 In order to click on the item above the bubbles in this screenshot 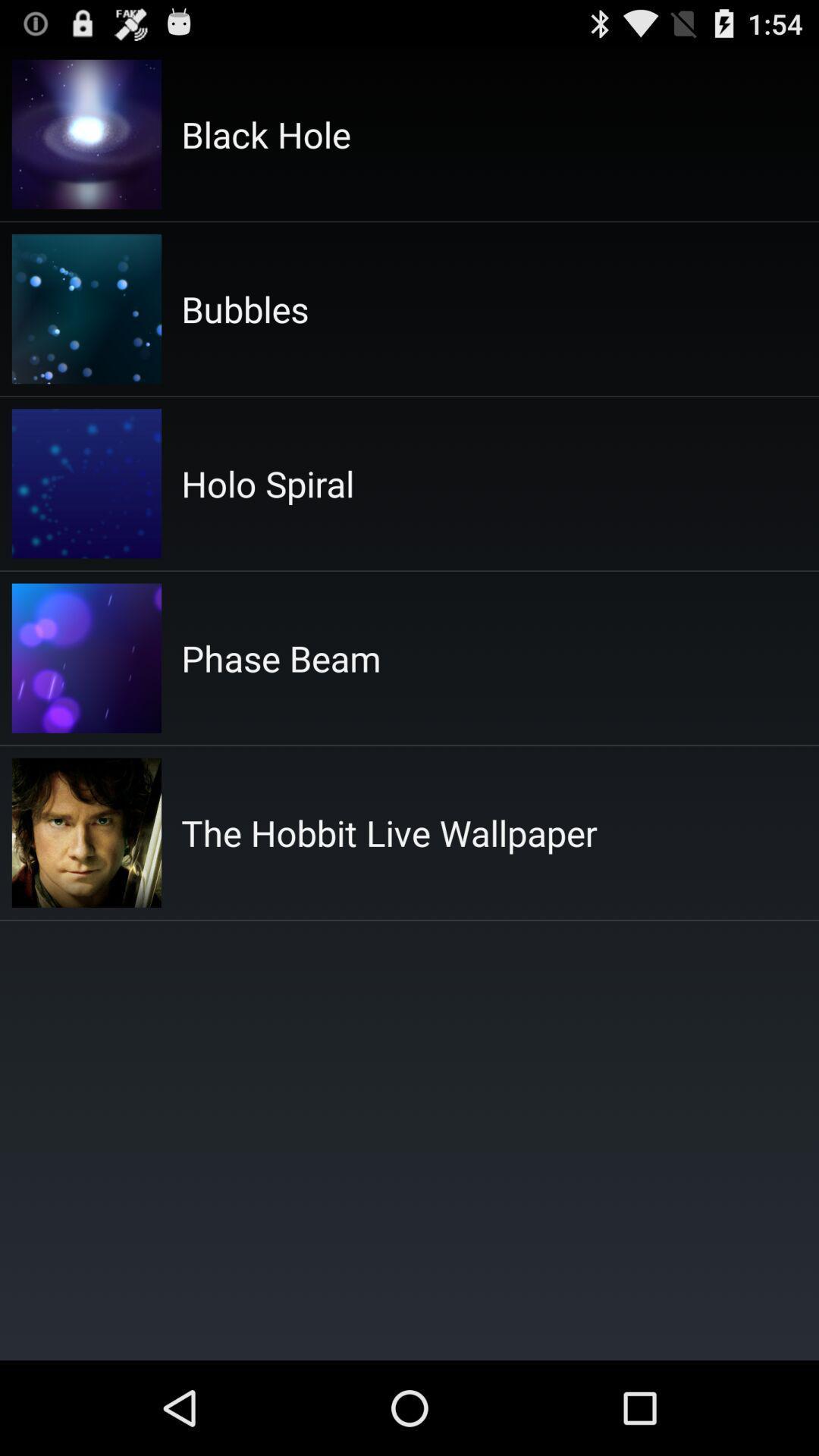, I will do `click(265, 134)`.